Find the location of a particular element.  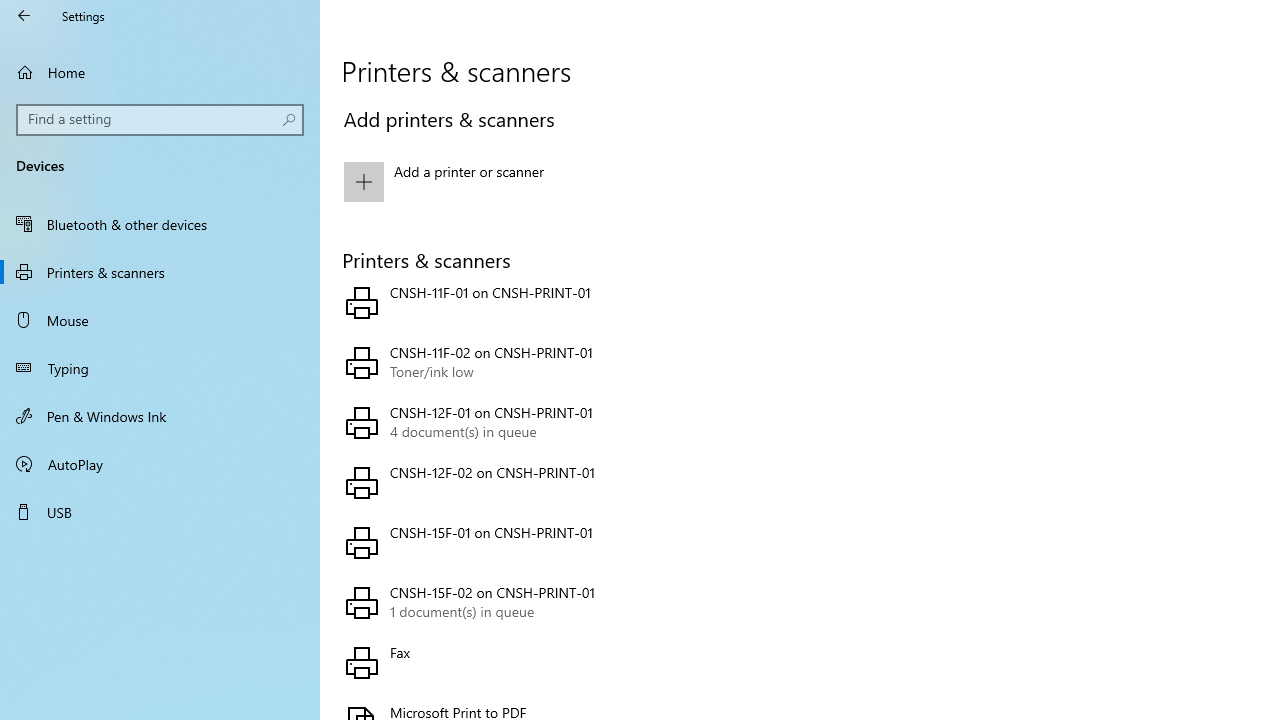

'Printers & scanners' is located at coordinates (160, 271).